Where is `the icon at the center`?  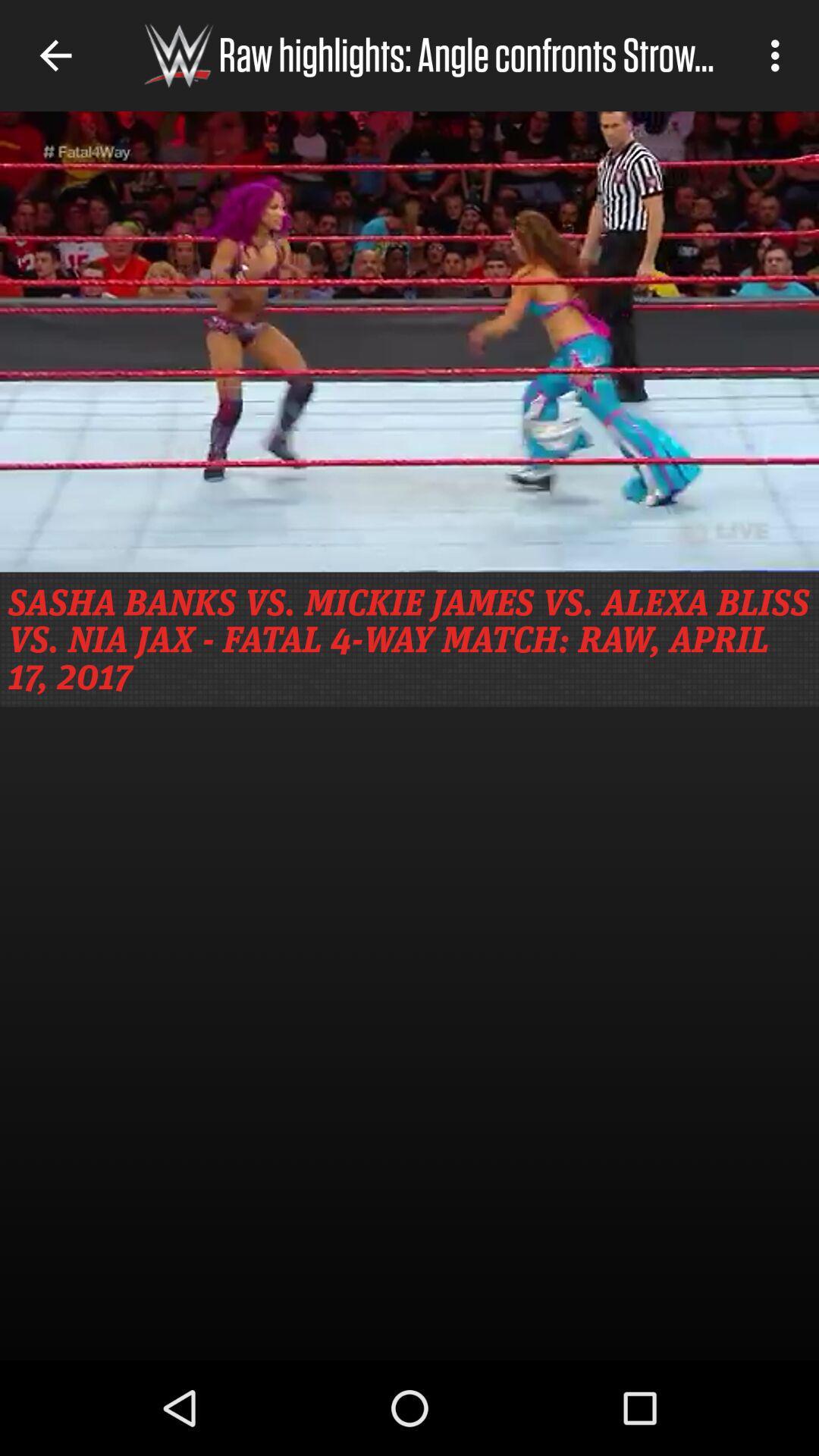
the icon at the center is located at coordinates (409, 639).